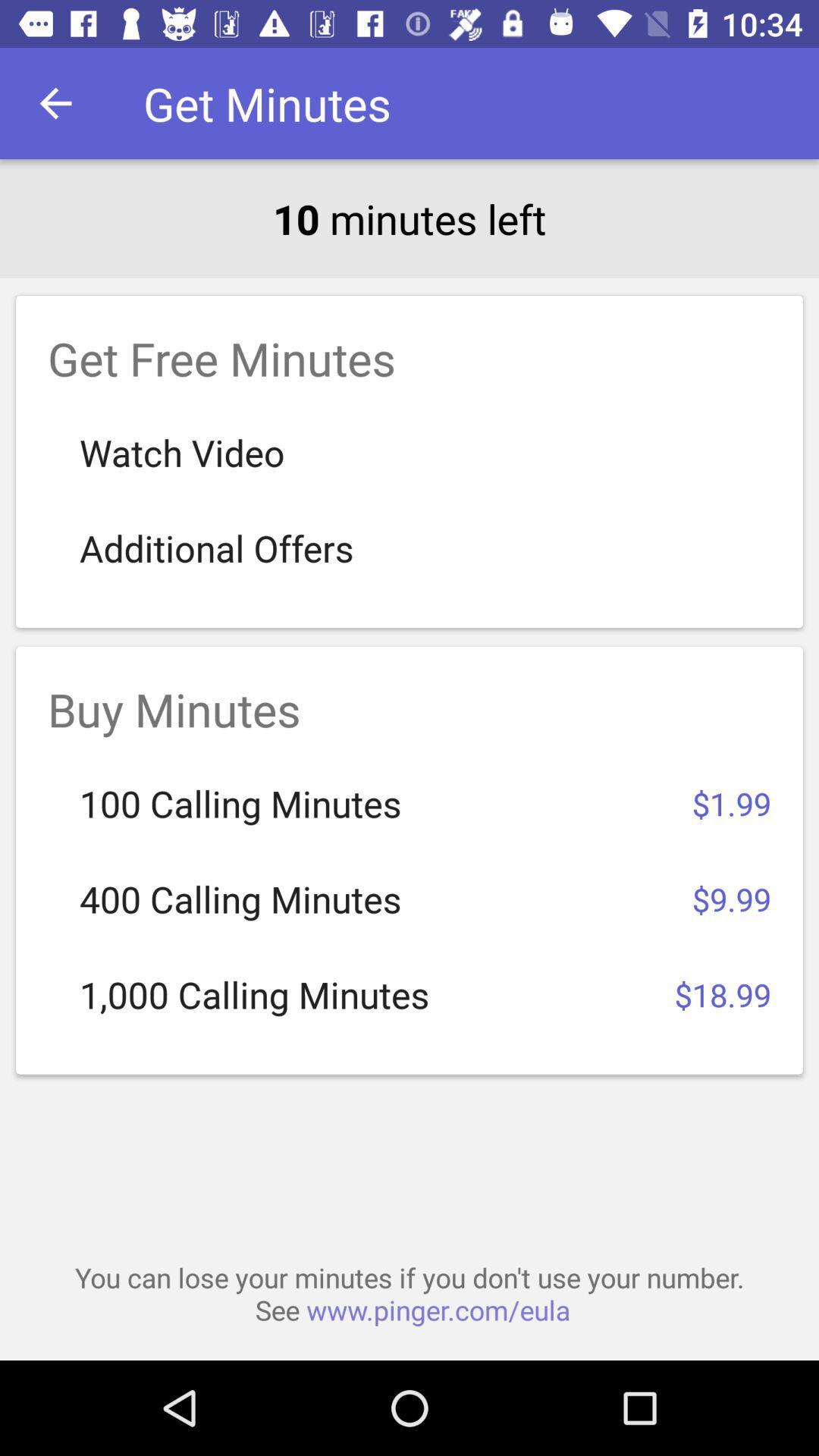 The height and width of the screenshot is (1456, 819). I want to click on the second boxed segment, so click(409, 860).